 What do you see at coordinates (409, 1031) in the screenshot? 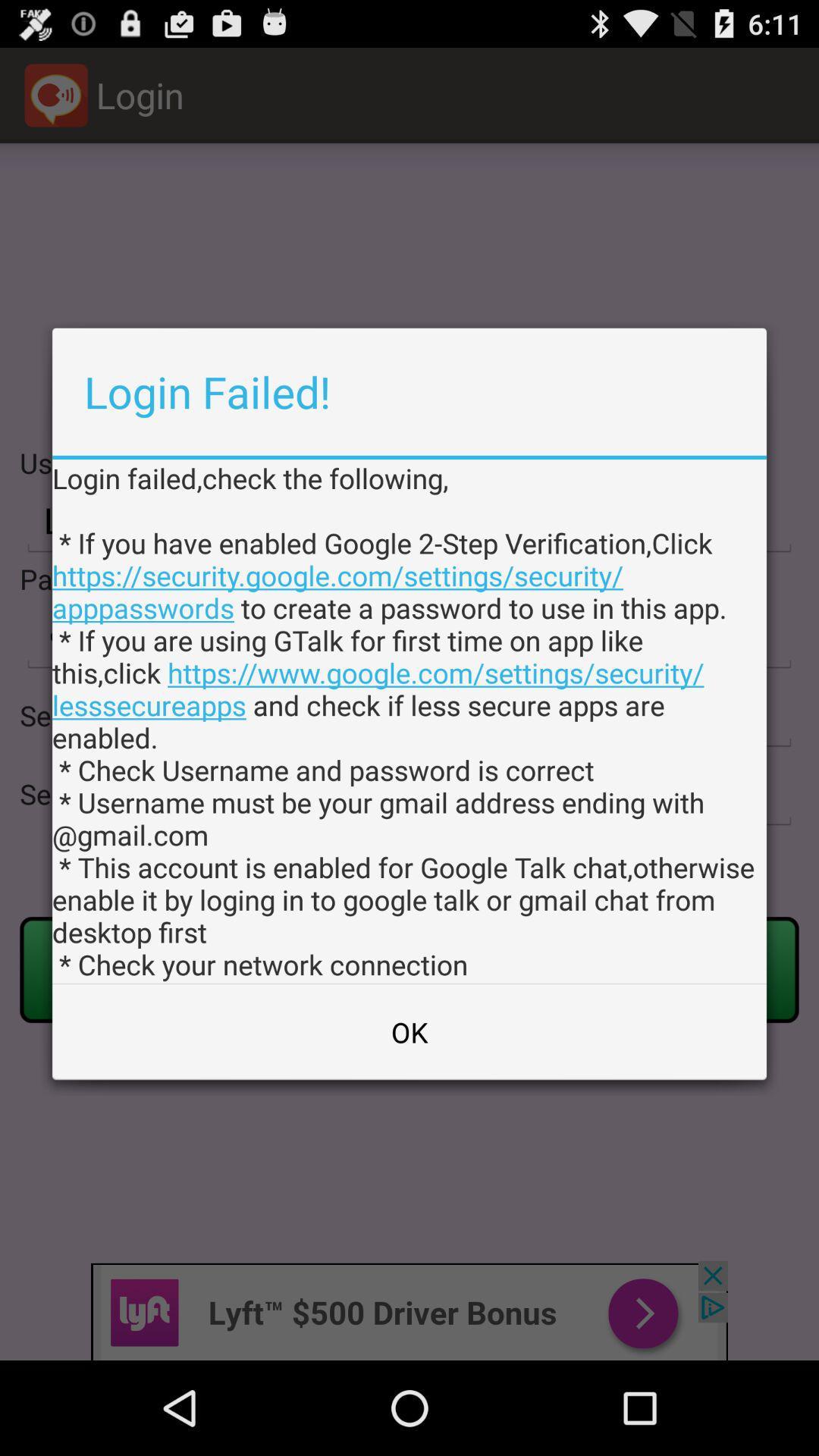
I see `the icon below login failed check icon` at bounding box center [409, 1031].